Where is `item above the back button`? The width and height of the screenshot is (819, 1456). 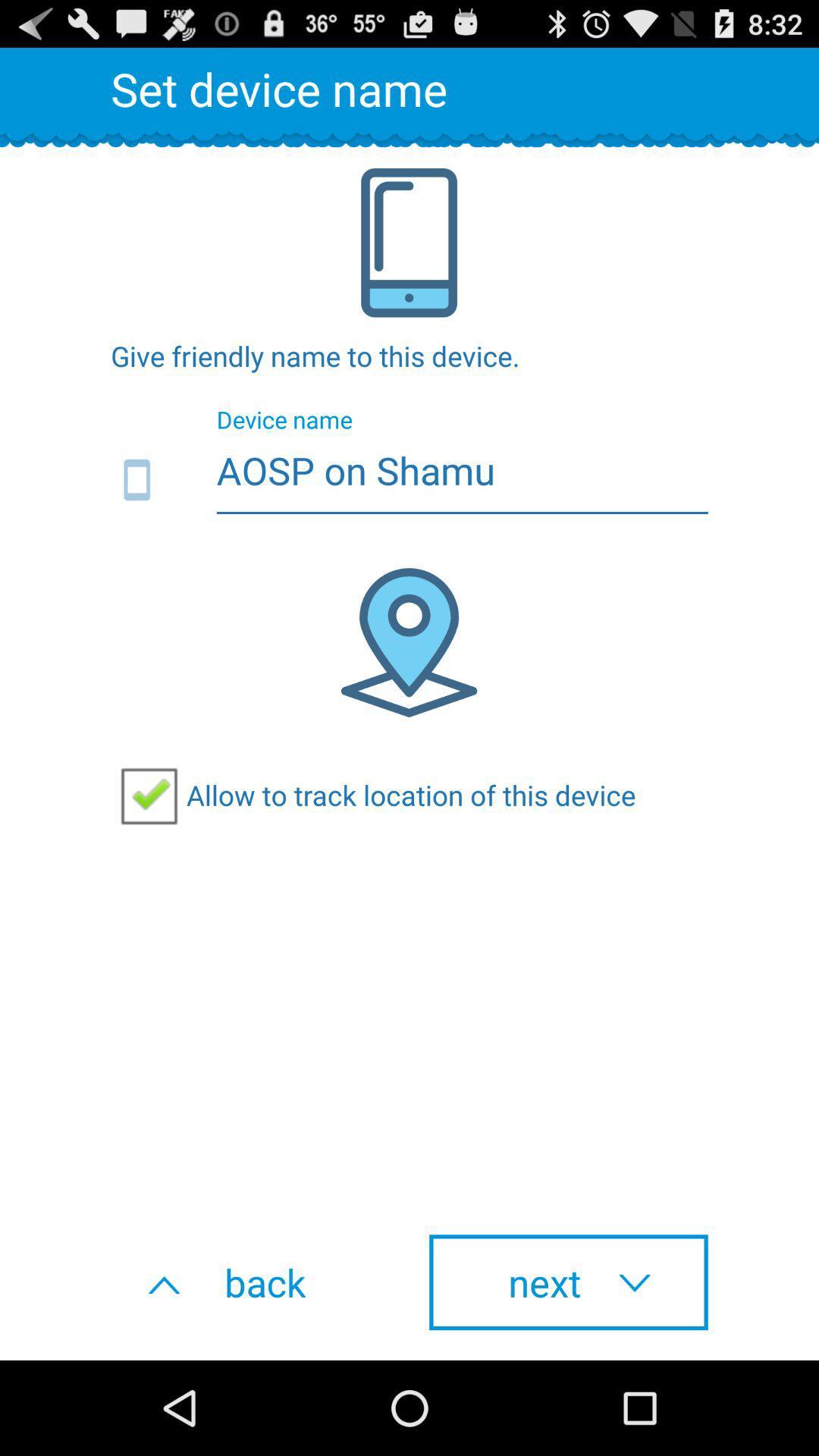 item above the back button is located at coordinates (373, 794).